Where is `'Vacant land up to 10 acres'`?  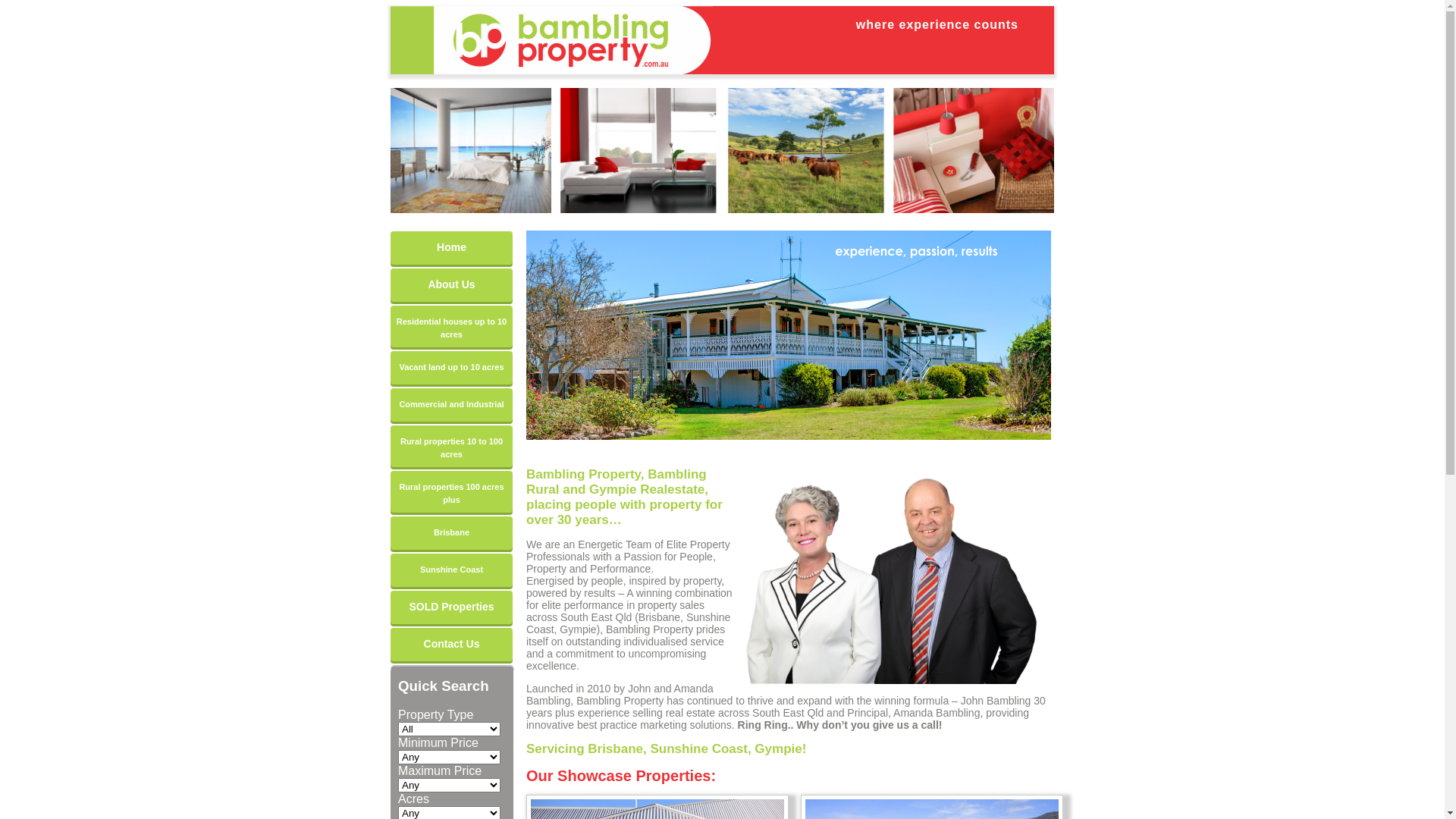 'Vacant land up to 10 acres' is located at coordinates (390, 368).